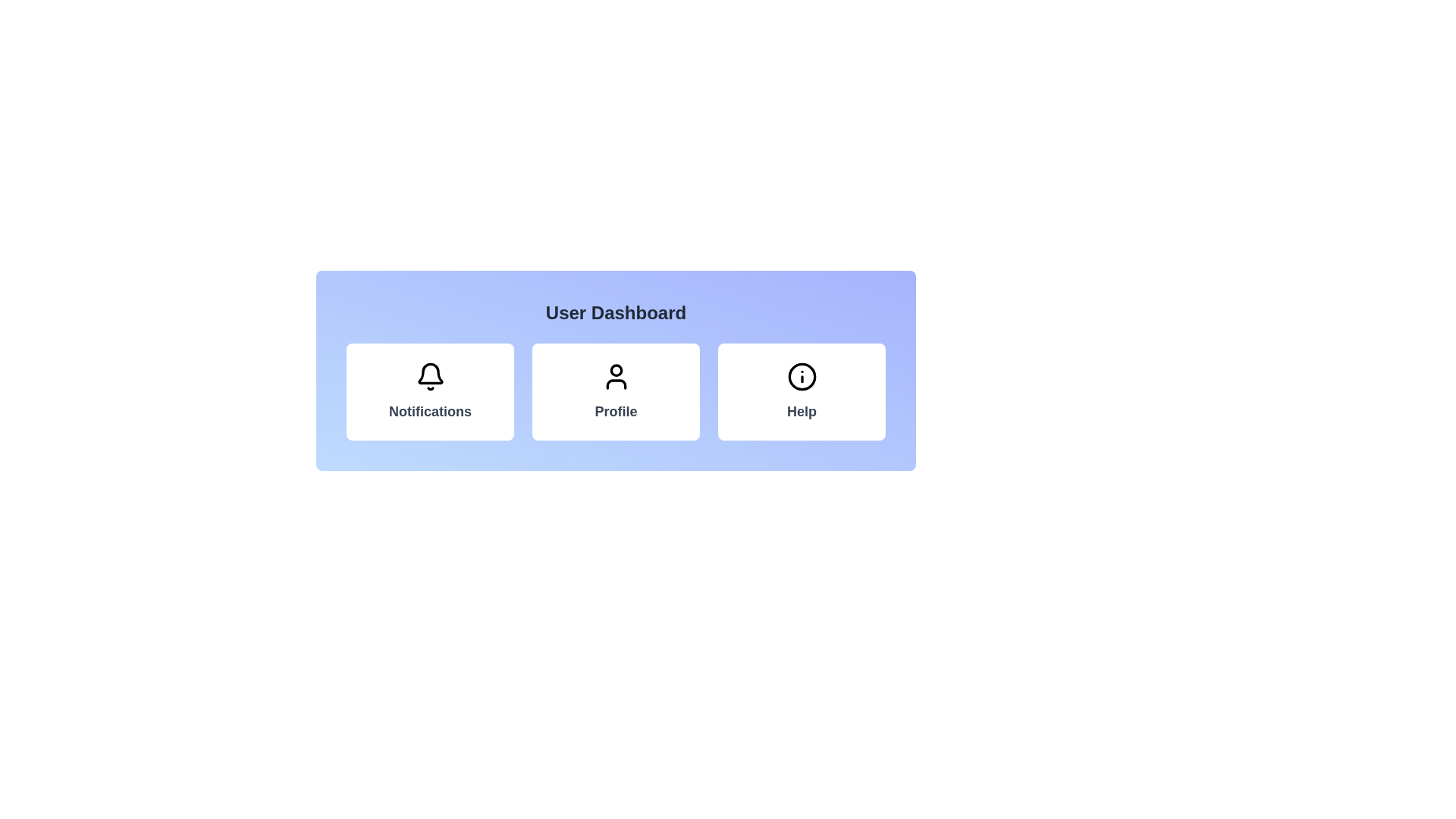  I want to click on the Text Label located in the bottom portion of a card element on the right side of a three-card layout, positioned directly below an icon, so click(801, 412).